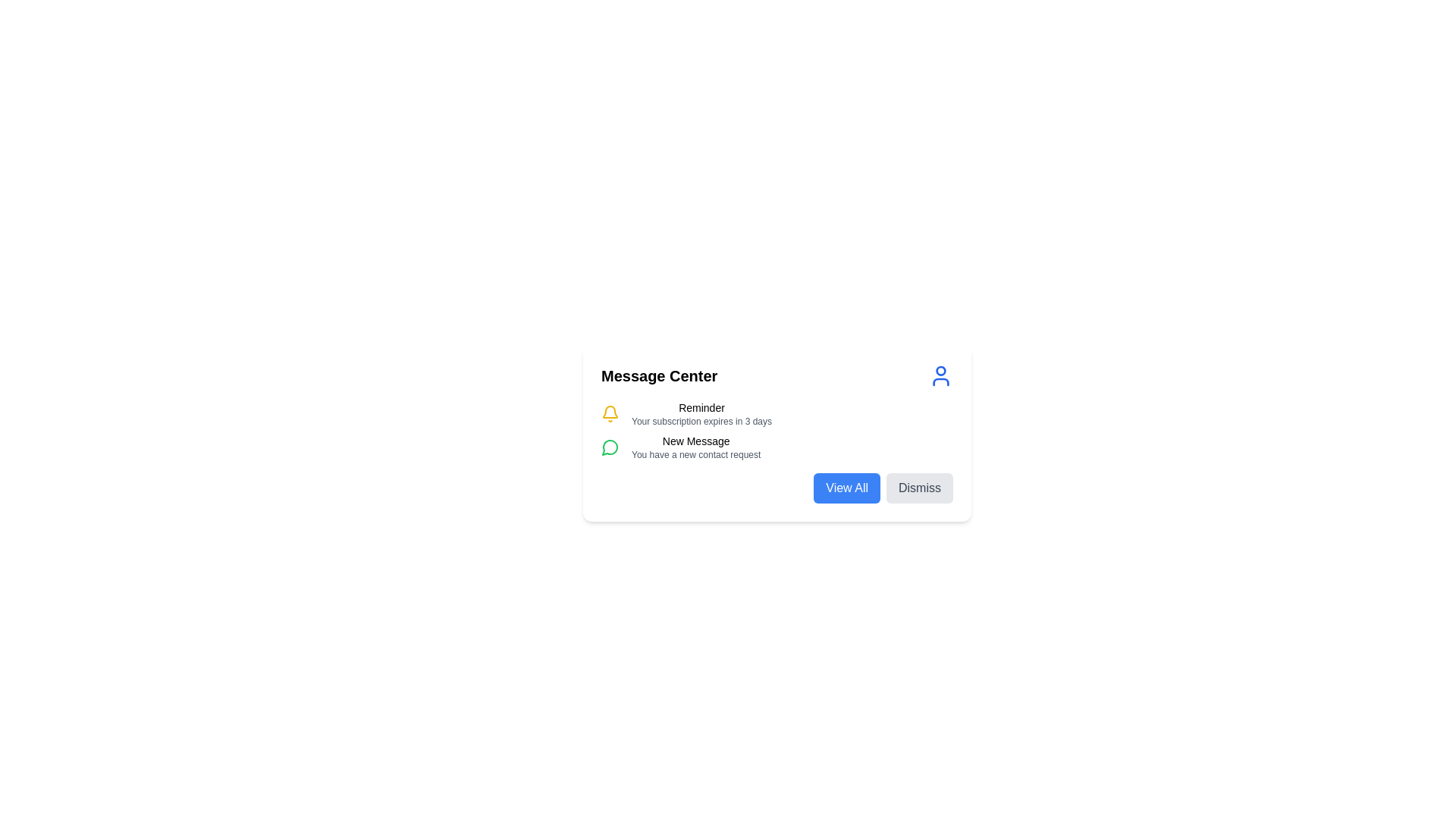 This screenshot has height=819, width=1456. What do you see at coordinates (701, 421) in the screenshot?
I see `the text label reading 'Your subscription expires in 3 days', which is located below the bold title 'Reminder' in the notification section` at bounding box center [701, 421].